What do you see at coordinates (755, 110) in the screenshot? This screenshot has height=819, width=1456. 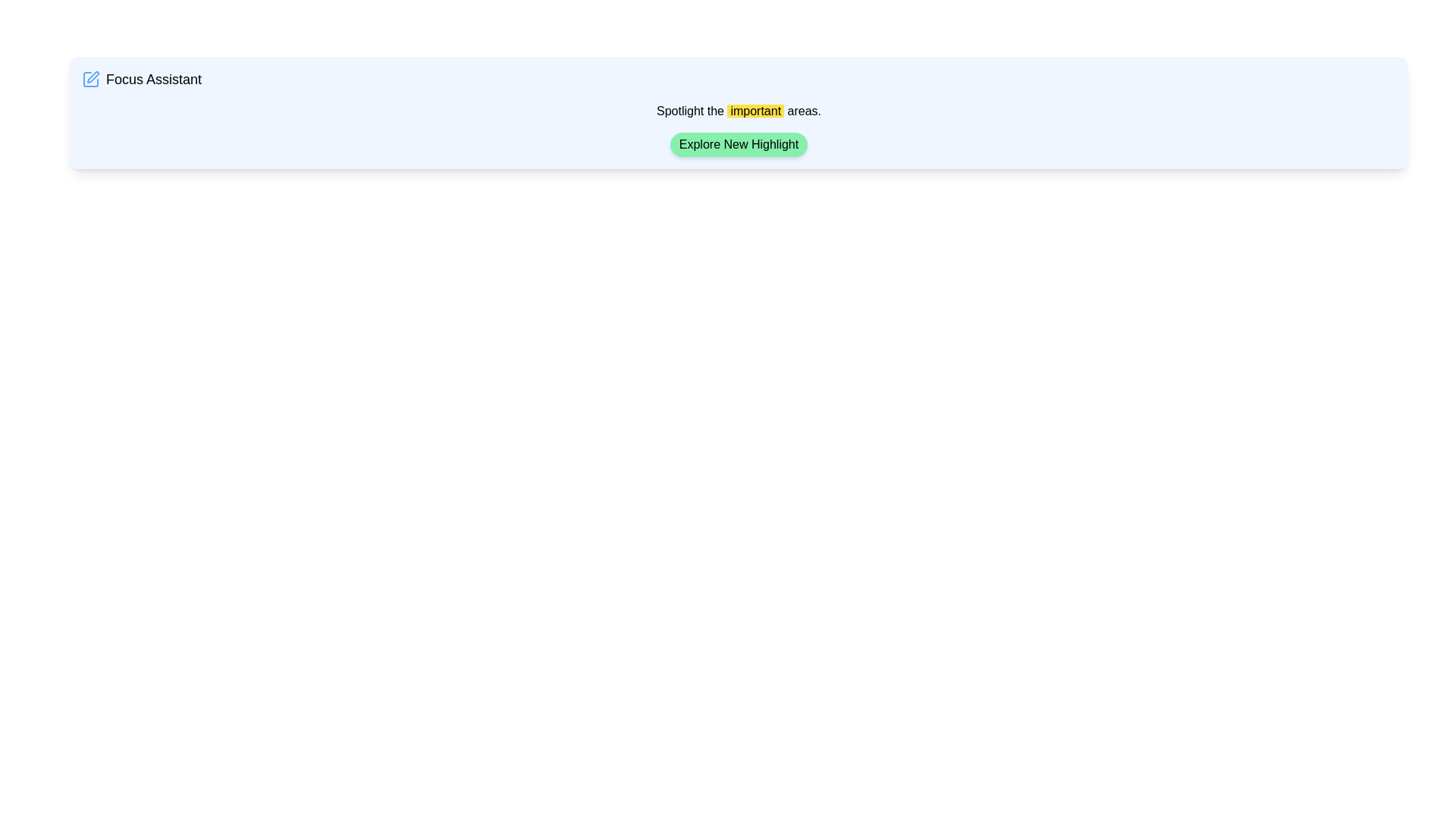 I see `the highlighted text 'important' which is bold, has a yellow background, rounded corners, and a subtle shadow effect, located between 'the' and 'areas.' in the sentence 'Spotlight the important areas.'` at bounding box center [755, 110].